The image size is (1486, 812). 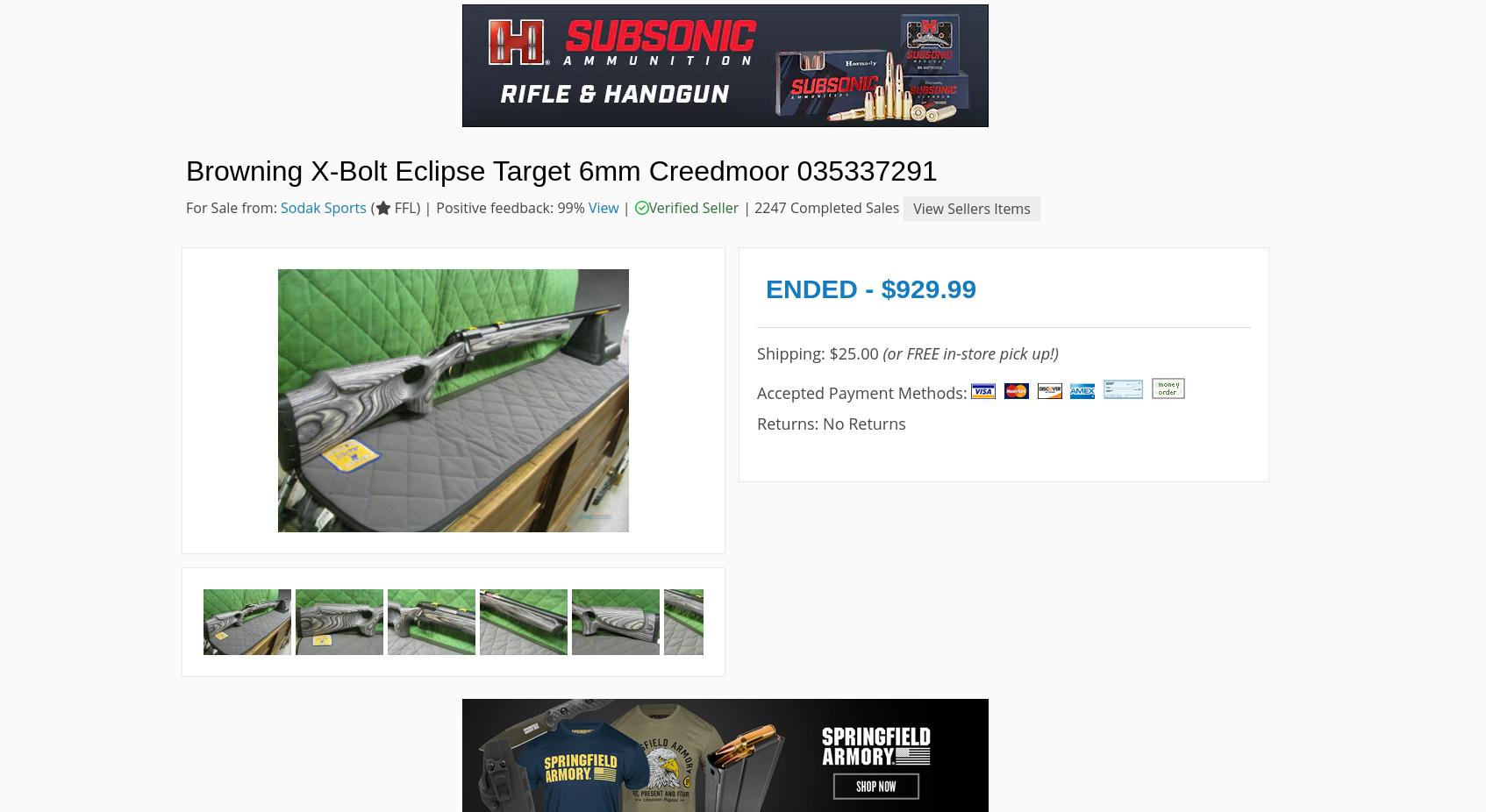 I want to click on 'ENDED - $929.99', so click(x=764, y=288).